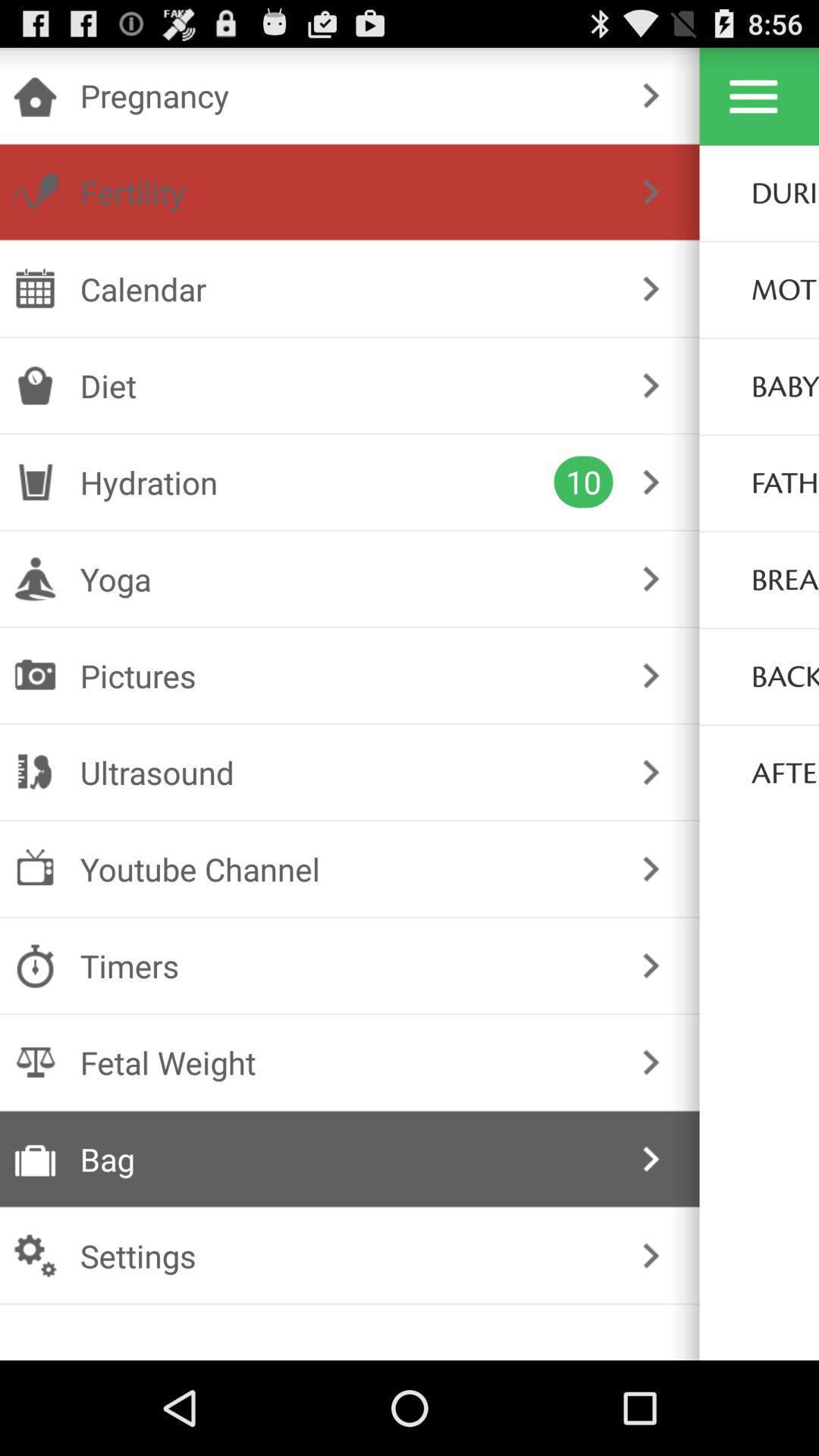  What do you see at coordinates (650, 772) in the screenshot?
I see `the app next to after some time` at bounding box center [650, 772].